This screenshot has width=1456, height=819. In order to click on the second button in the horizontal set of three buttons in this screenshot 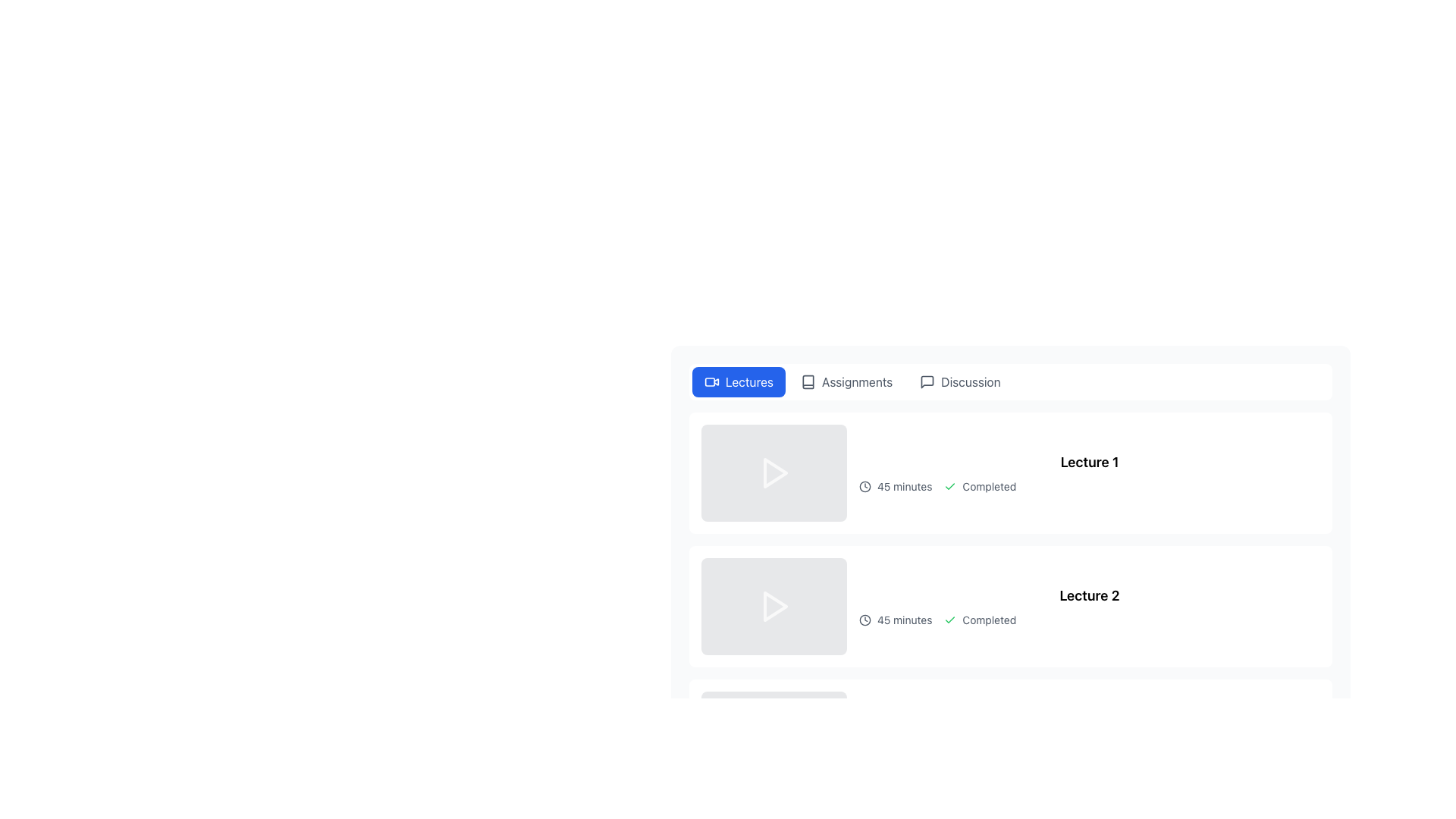, I will do `click(846, 381)`.